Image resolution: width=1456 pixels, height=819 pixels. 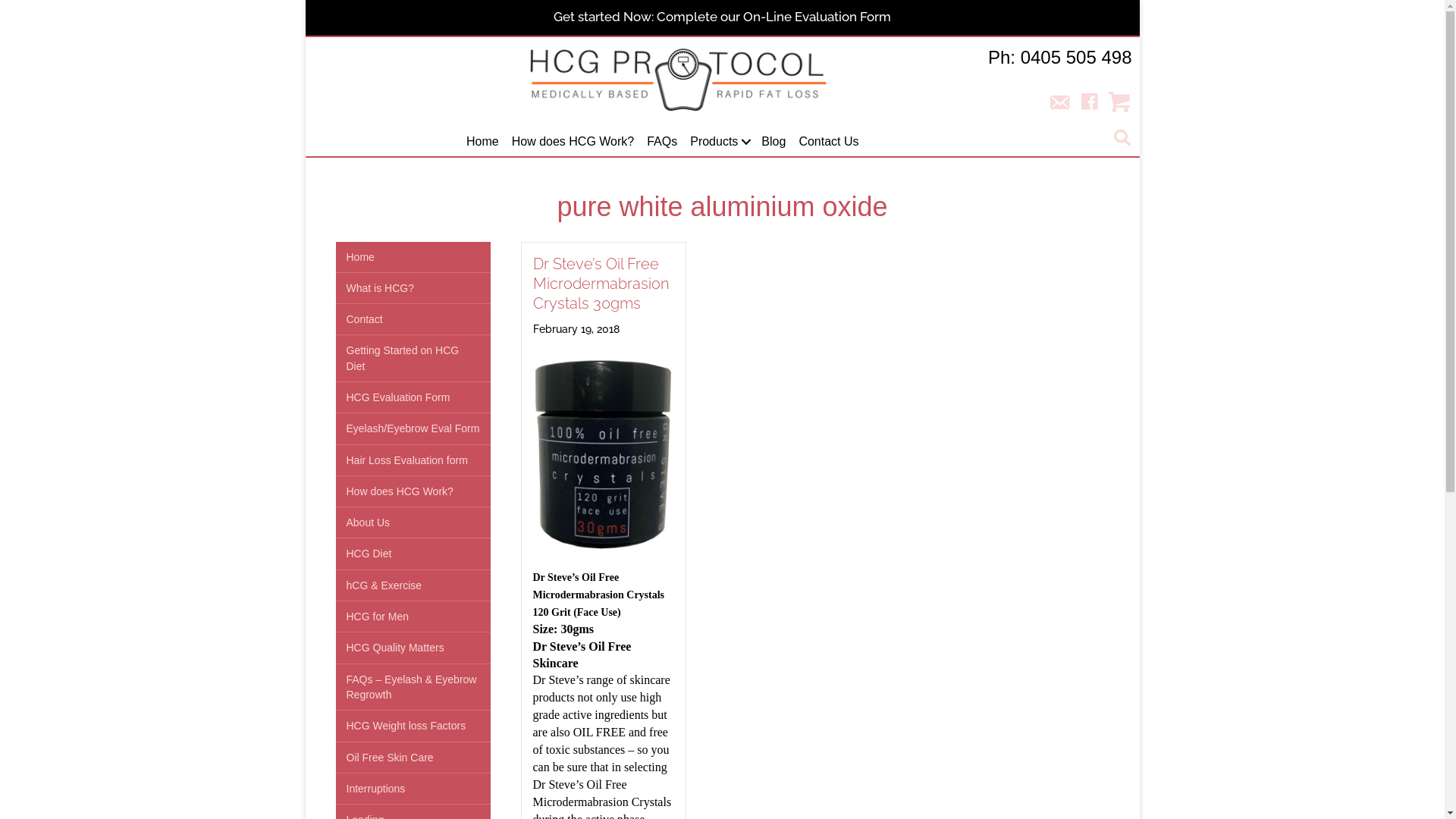 I want to click on 'Contact Us', so click(x=827, y=141).